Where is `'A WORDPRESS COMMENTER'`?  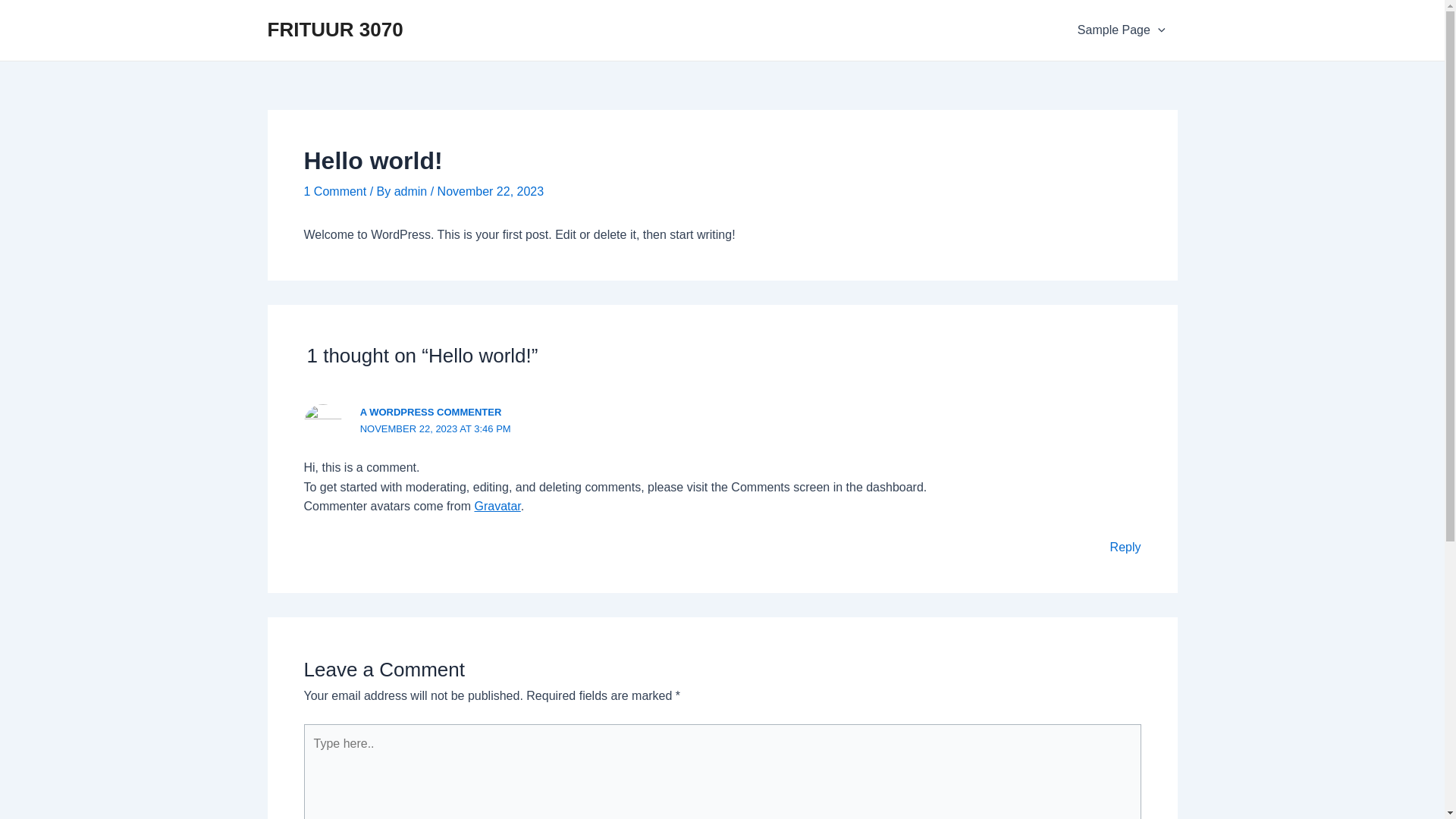
'A WORDPRESS COMMENTER' is located at coordinates (359, 412).